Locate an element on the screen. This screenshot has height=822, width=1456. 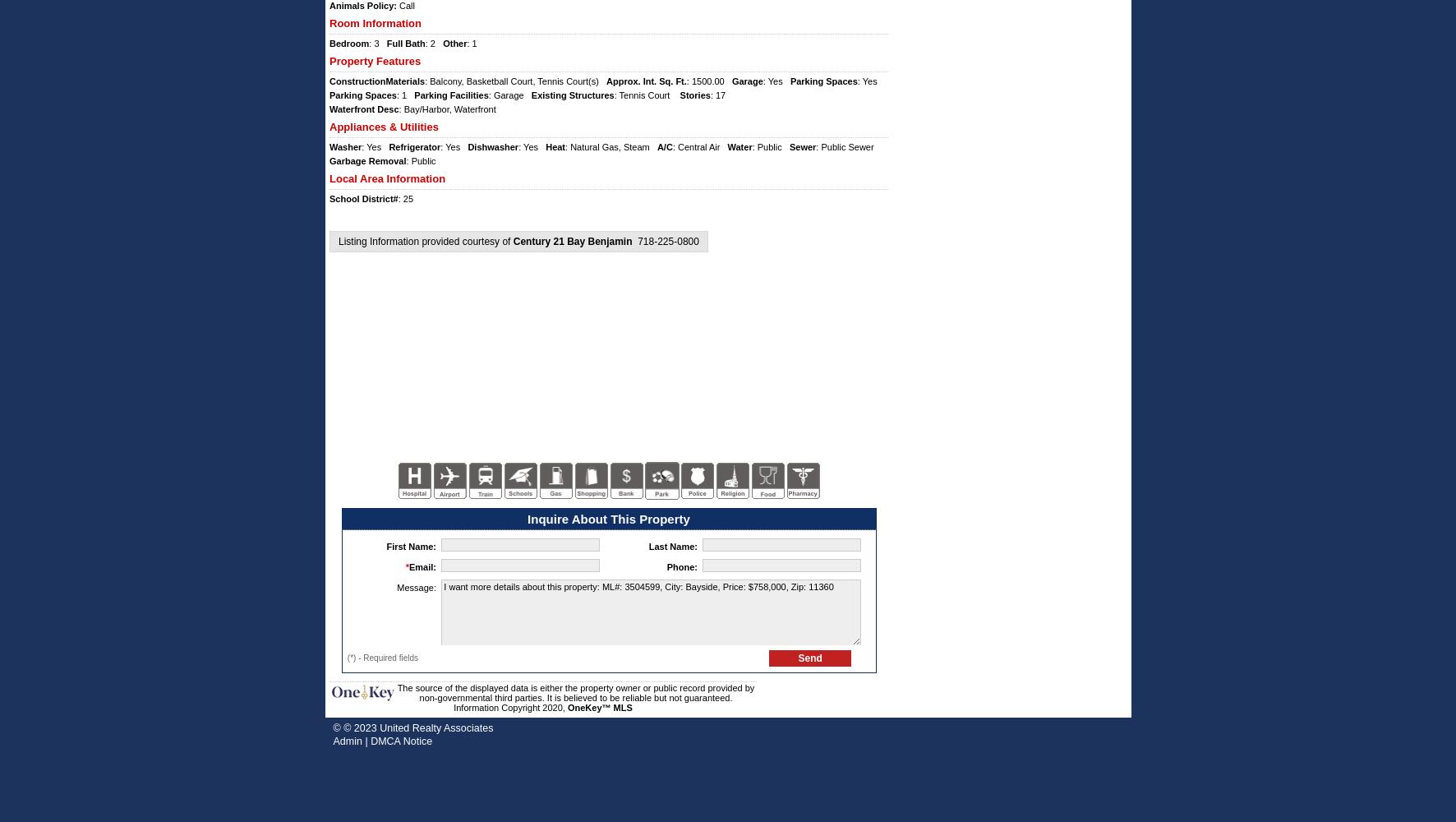
'Message:' is located at coordinates (396, 587).